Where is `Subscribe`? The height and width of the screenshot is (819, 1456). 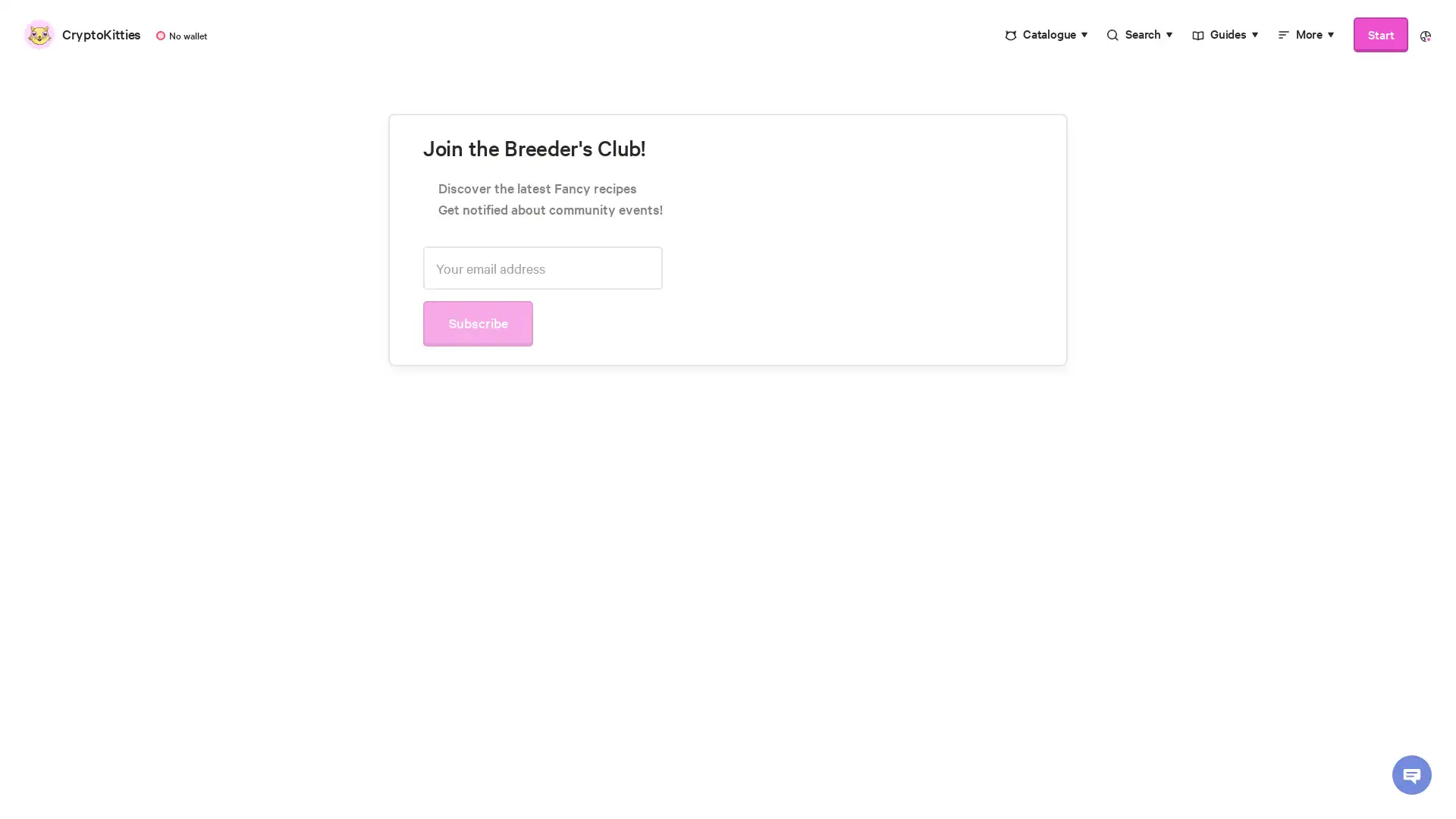 Subscribe is located at coordinates (781, 368).